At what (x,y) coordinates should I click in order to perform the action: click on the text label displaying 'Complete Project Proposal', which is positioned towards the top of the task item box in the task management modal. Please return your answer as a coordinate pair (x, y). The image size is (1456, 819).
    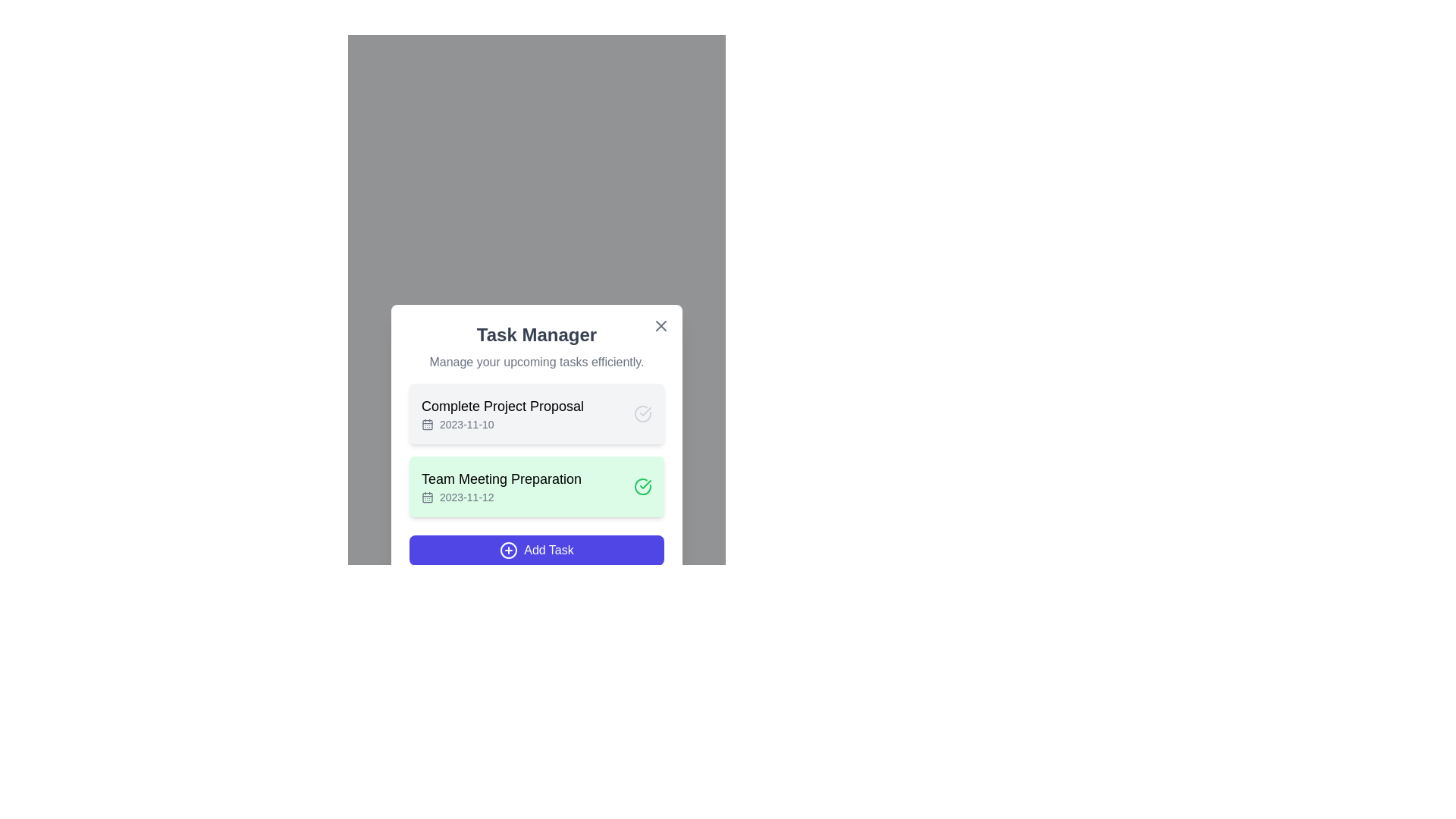
    Looking at the image, I should click on (502, 406).